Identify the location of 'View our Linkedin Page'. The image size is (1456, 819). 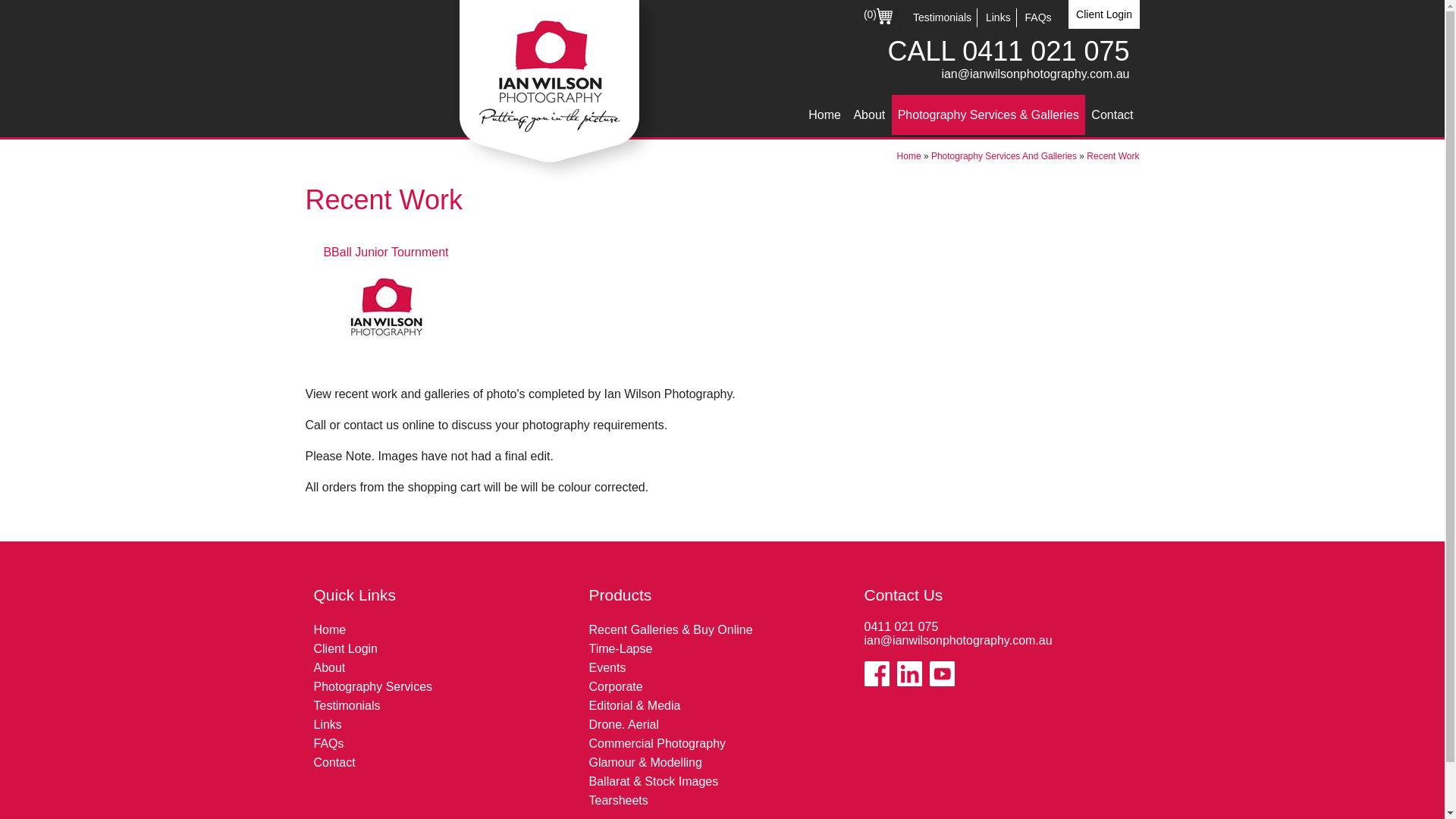
(908, 673).